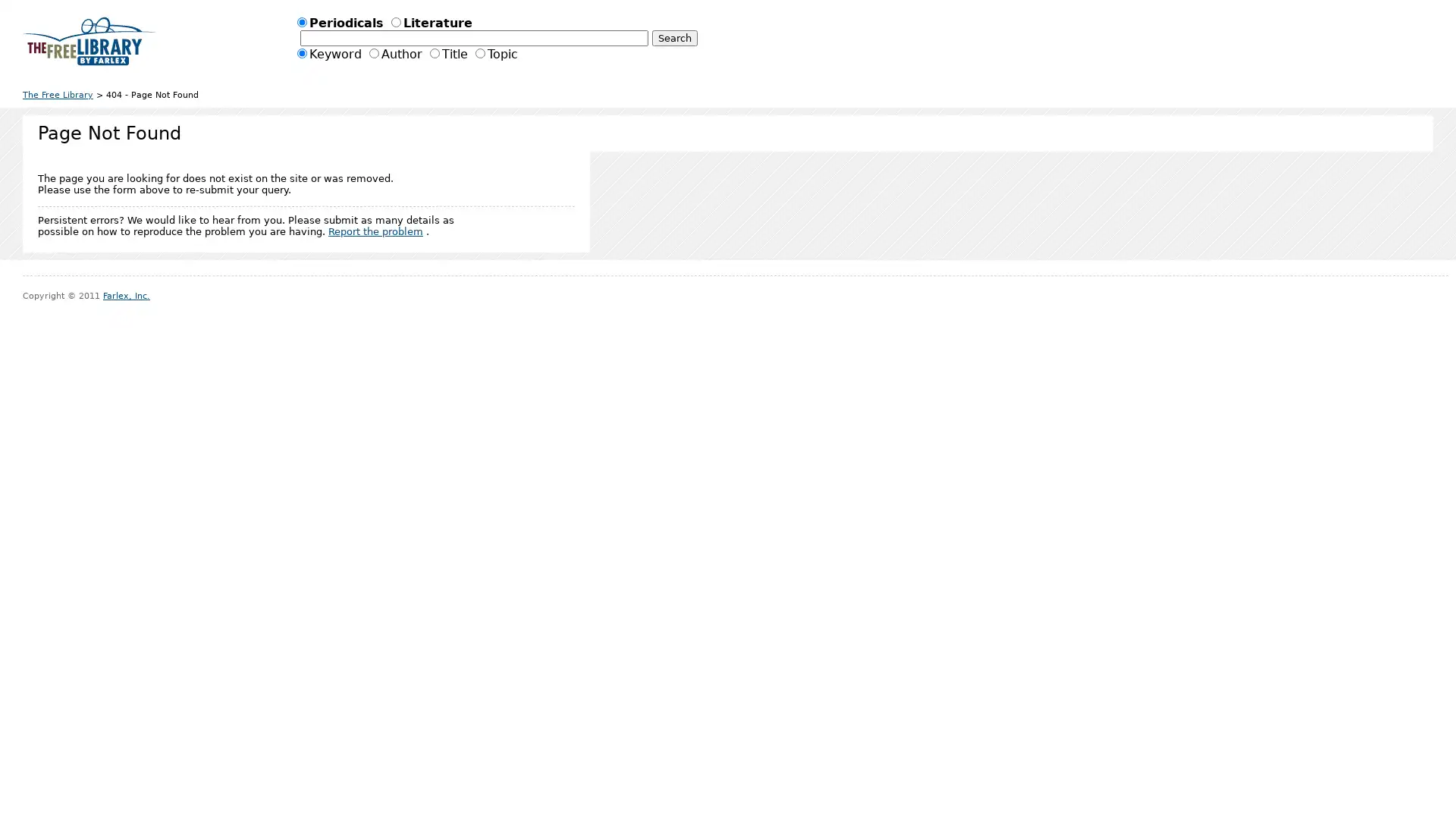 The height and width of the screenshot is (819, 1456). Describe the element at coordinates (673, 37) in the screenshot. I see `Search` at that location.